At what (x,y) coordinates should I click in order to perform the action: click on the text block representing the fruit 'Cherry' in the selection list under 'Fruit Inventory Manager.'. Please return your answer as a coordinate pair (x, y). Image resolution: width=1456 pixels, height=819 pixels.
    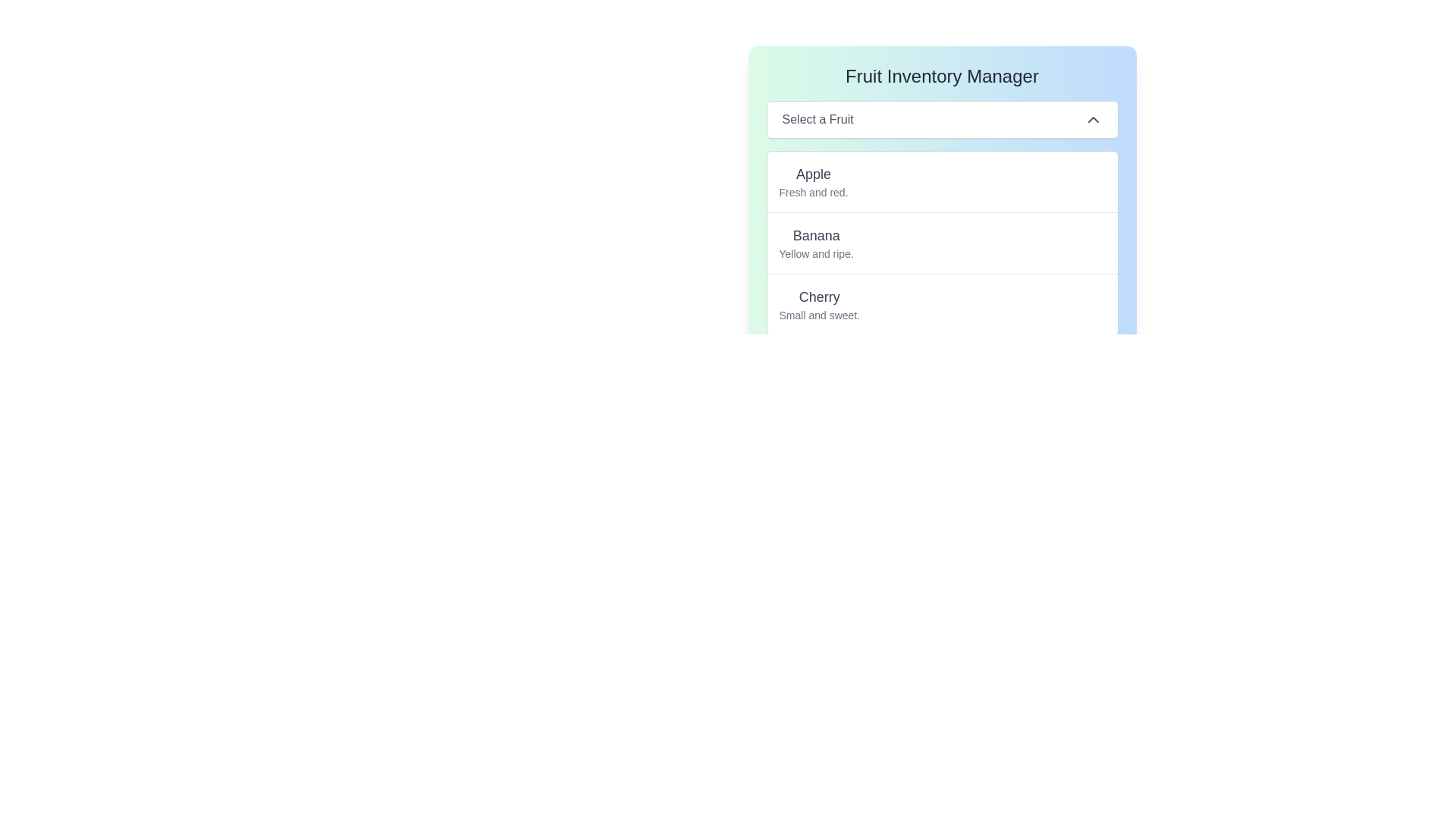
    Looking at the image, I should click on (818, 304).